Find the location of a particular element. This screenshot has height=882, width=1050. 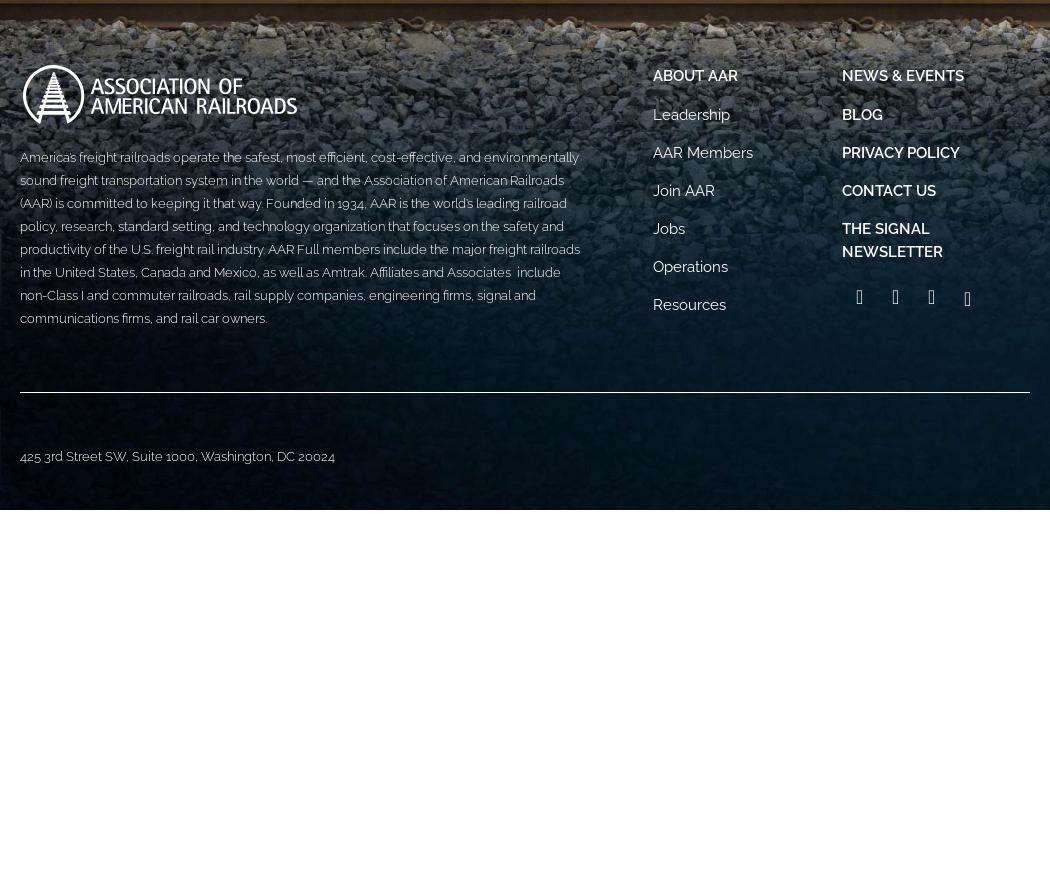

'News & Events' is located at coordinates (901, 76).